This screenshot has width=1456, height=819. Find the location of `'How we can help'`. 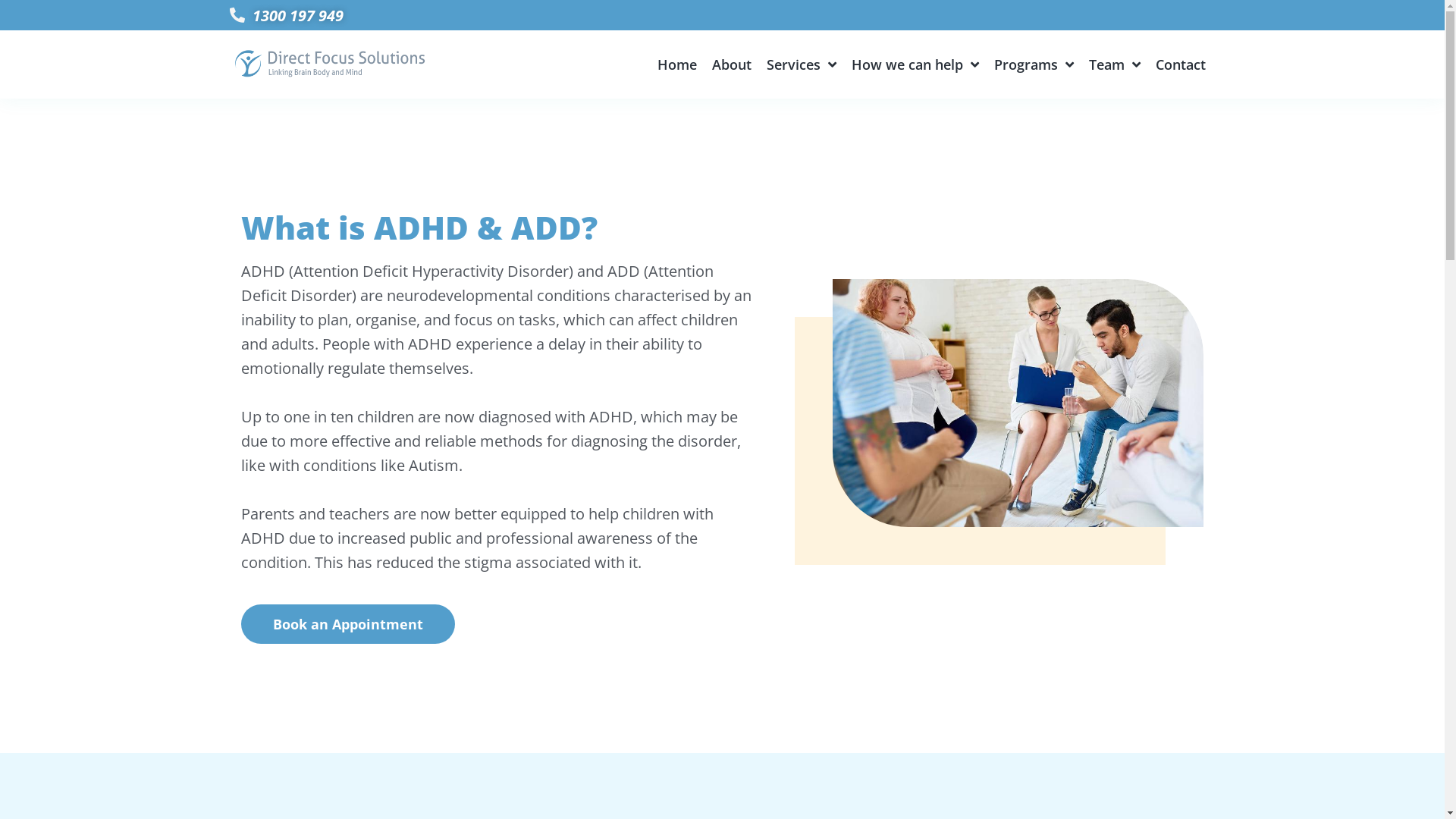

'How we can help' is located at coordinates (852, 63).